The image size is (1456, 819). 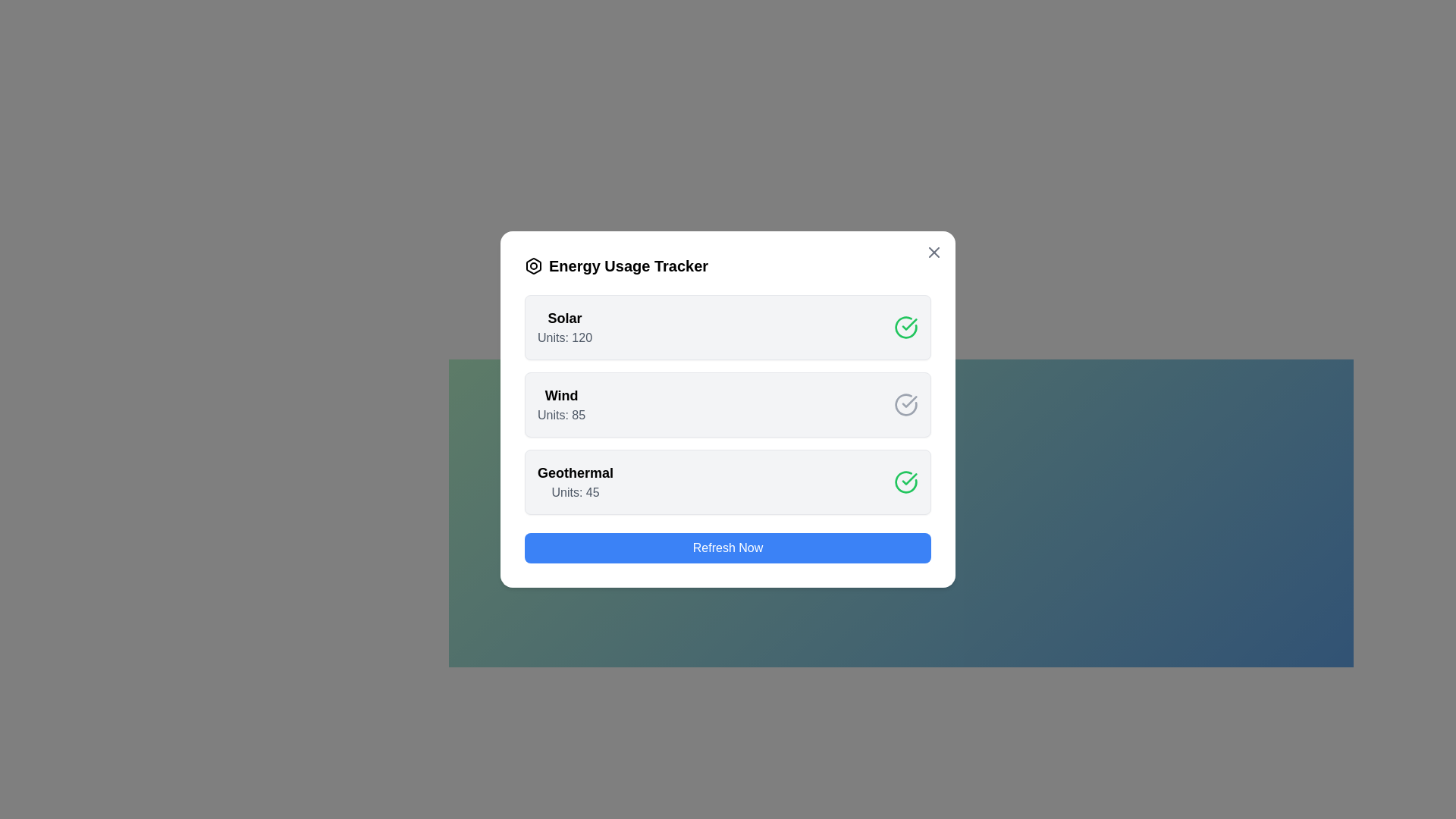 What do you see at coordinates (560, 415) in the screenshot?
I see `the text label displaying the number of units associated with the 'Wind' energy source, which is located below the 'Wind' label in the structured card format` at bounding box center [560, 415].